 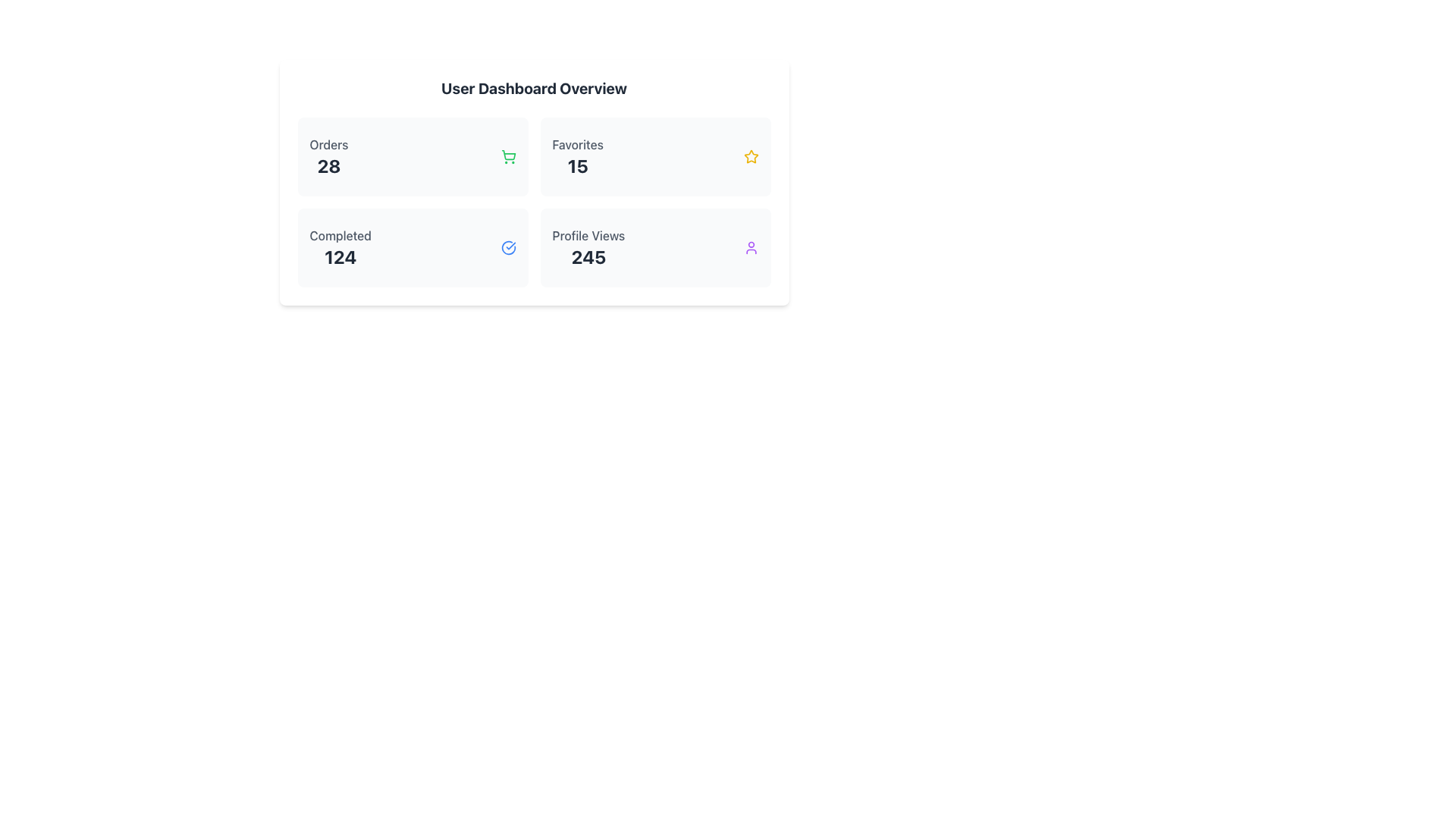 I want to click on the 'Profile Views' label, which is styled in gray (#gray-600) and positioned above the numerical value '245' in the second row, last column of a 2x2 grid, so click(x=588, y=236).